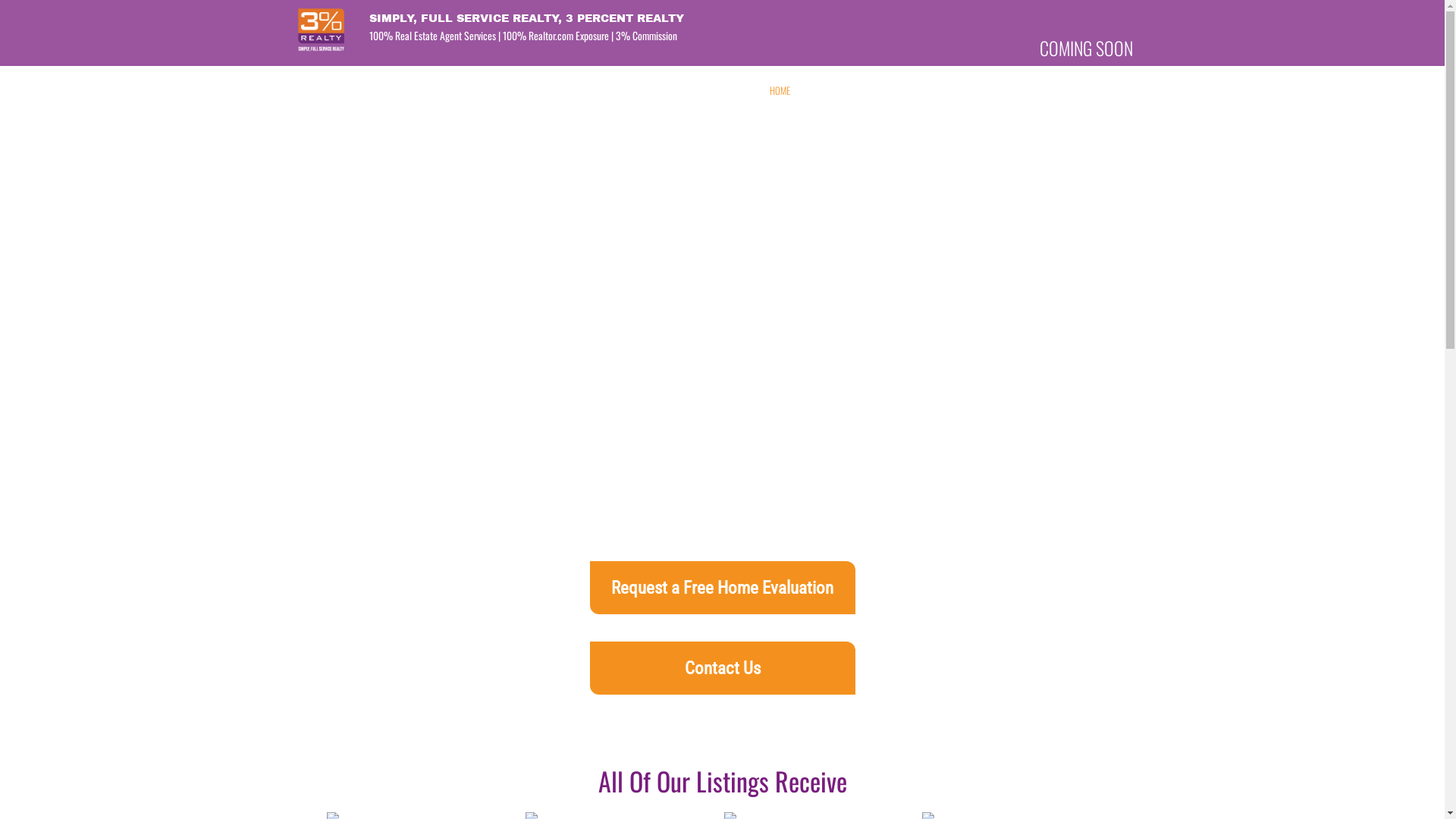 The image size is (1456, 819). I want to click on 'SELLING GUIDE', so click(1088, 90).